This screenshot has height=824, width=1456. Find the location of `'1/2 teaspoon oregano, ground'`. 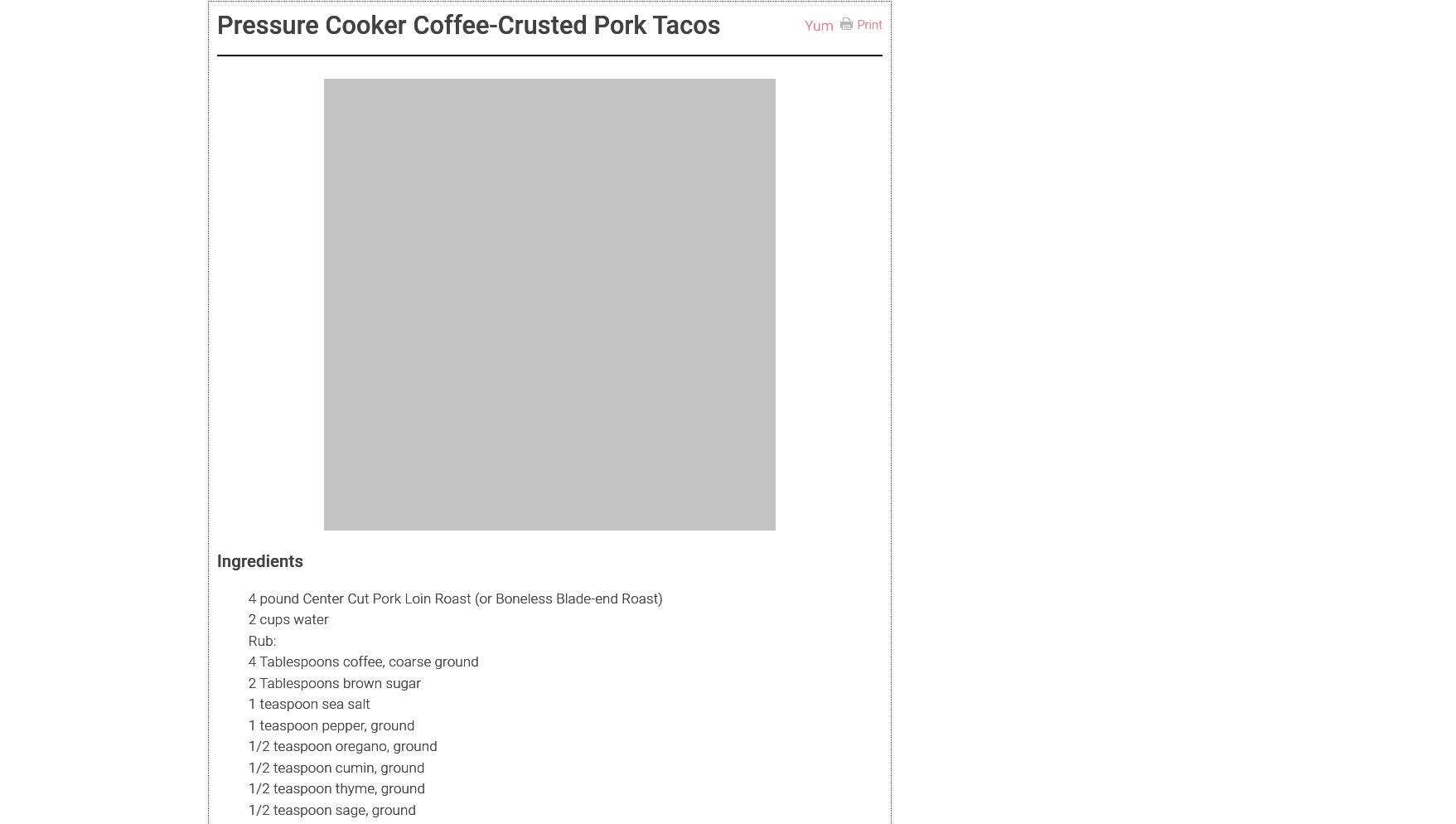

'1/2 teaspoon oregano, ground' is located at coordinates (248, 744).